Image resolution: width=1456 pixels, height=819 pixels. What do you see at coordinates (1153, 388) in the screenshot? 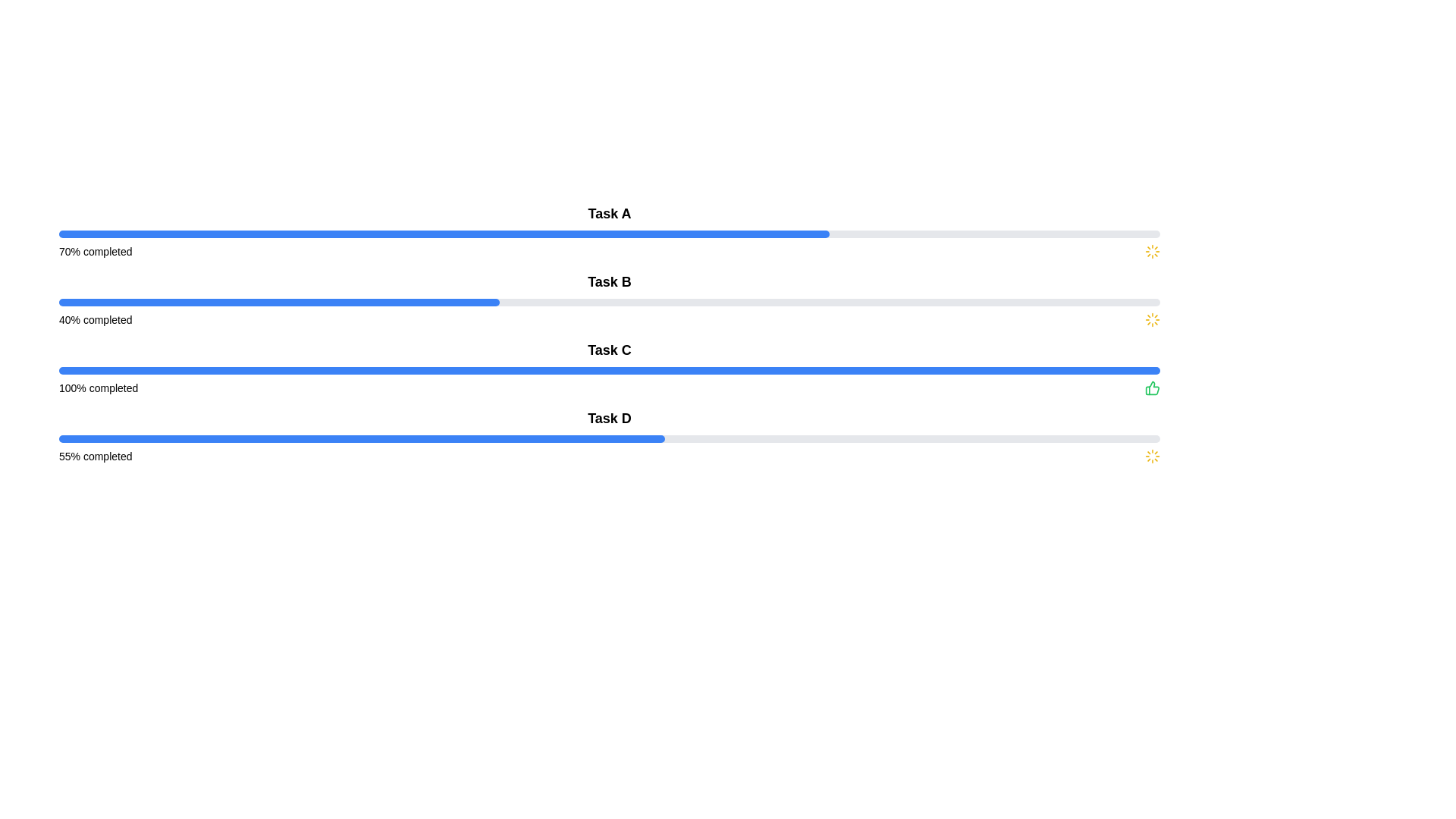
I see `the green thumbs-up icon located to the right of the '100% completed' text, which is at the end of the third progress bar labeled 'Task C'` at bounding box center [1153, 388].